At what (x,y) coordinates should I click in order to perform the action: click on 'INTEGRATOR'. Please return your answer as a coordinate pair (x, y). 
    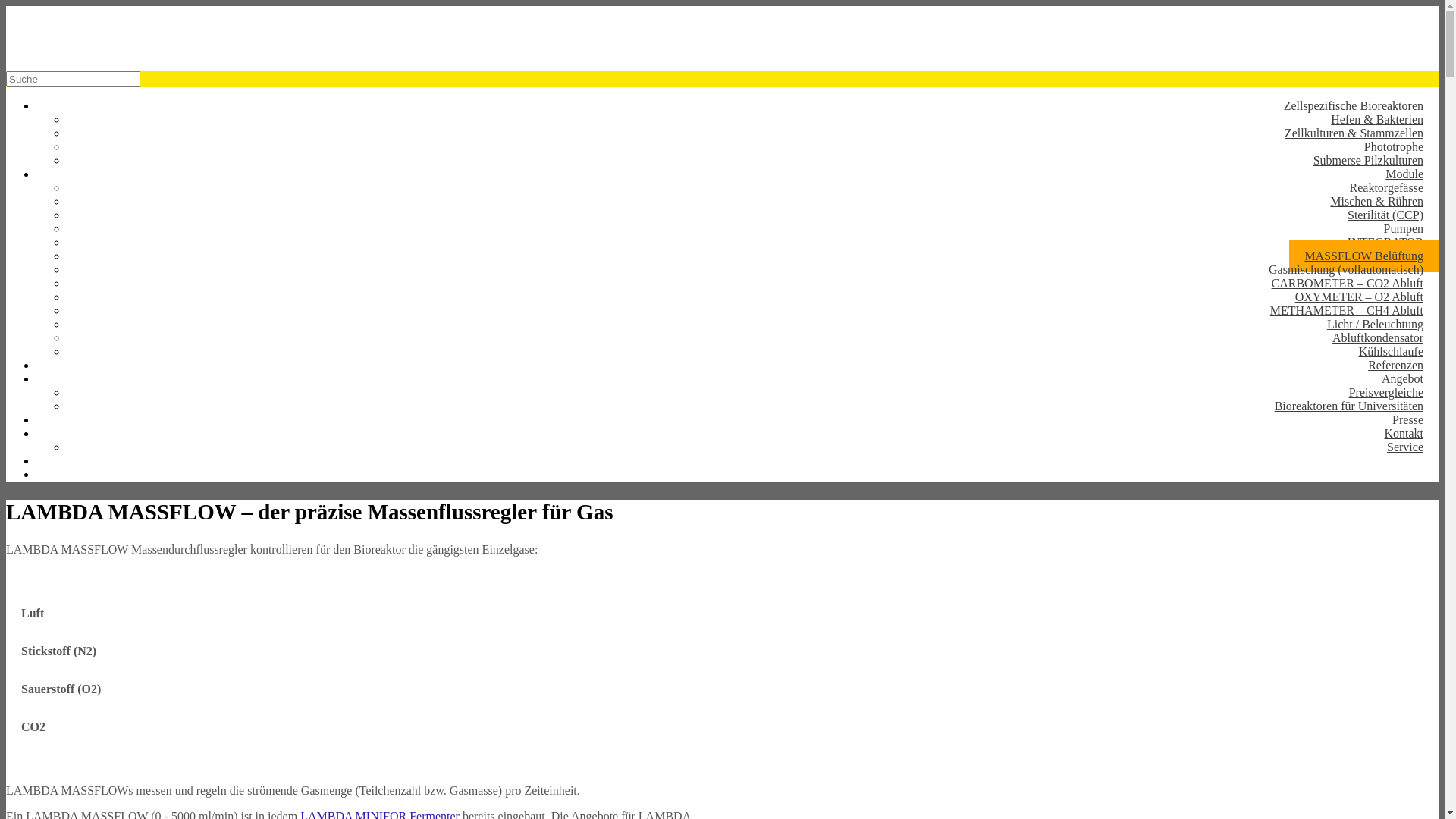
    Looking at the image, I should click on (1385, 241).